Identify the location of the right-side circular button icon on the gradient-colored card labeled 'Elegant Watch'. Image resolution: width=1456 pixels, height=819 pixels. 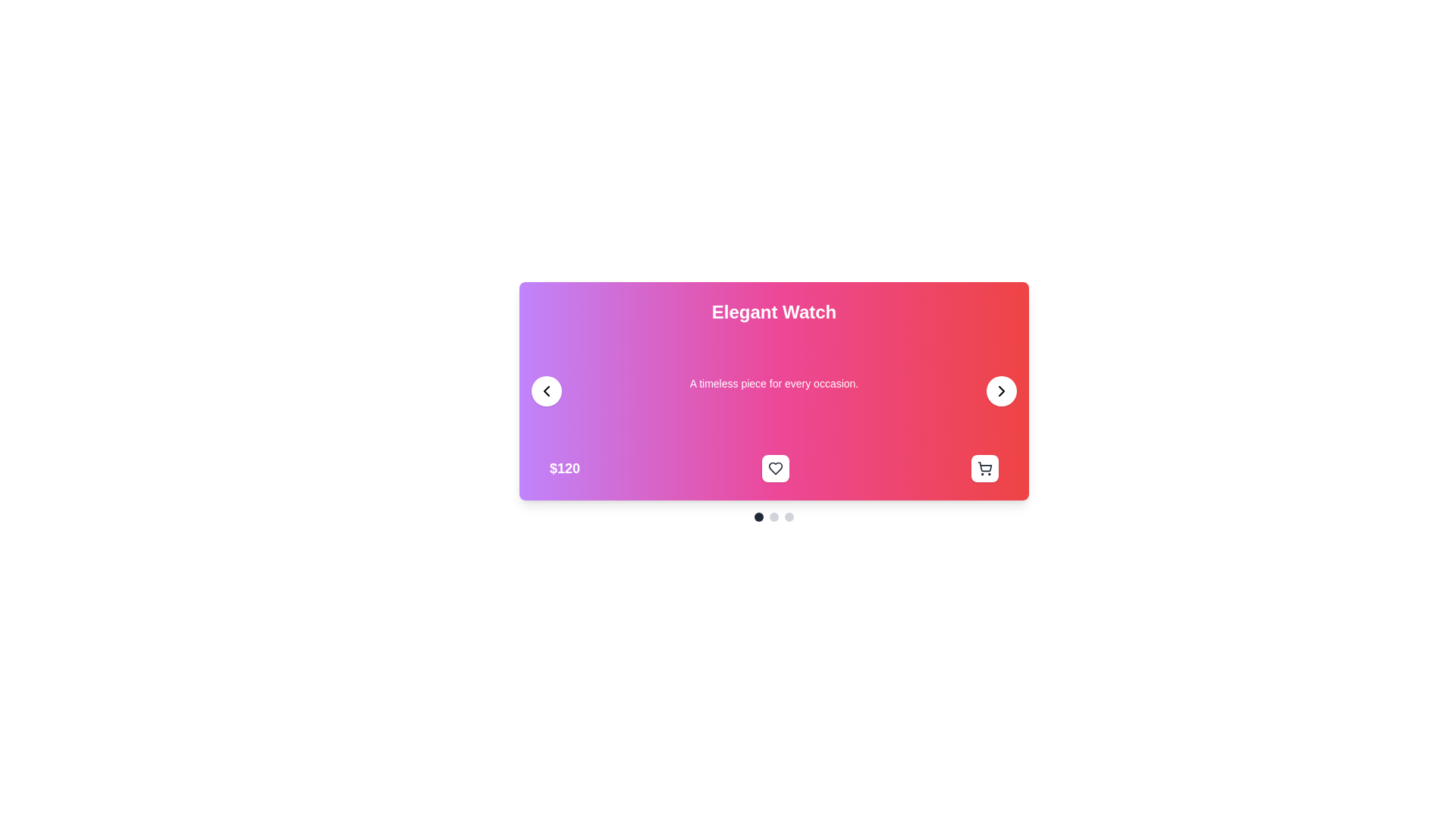
(1001, 391).